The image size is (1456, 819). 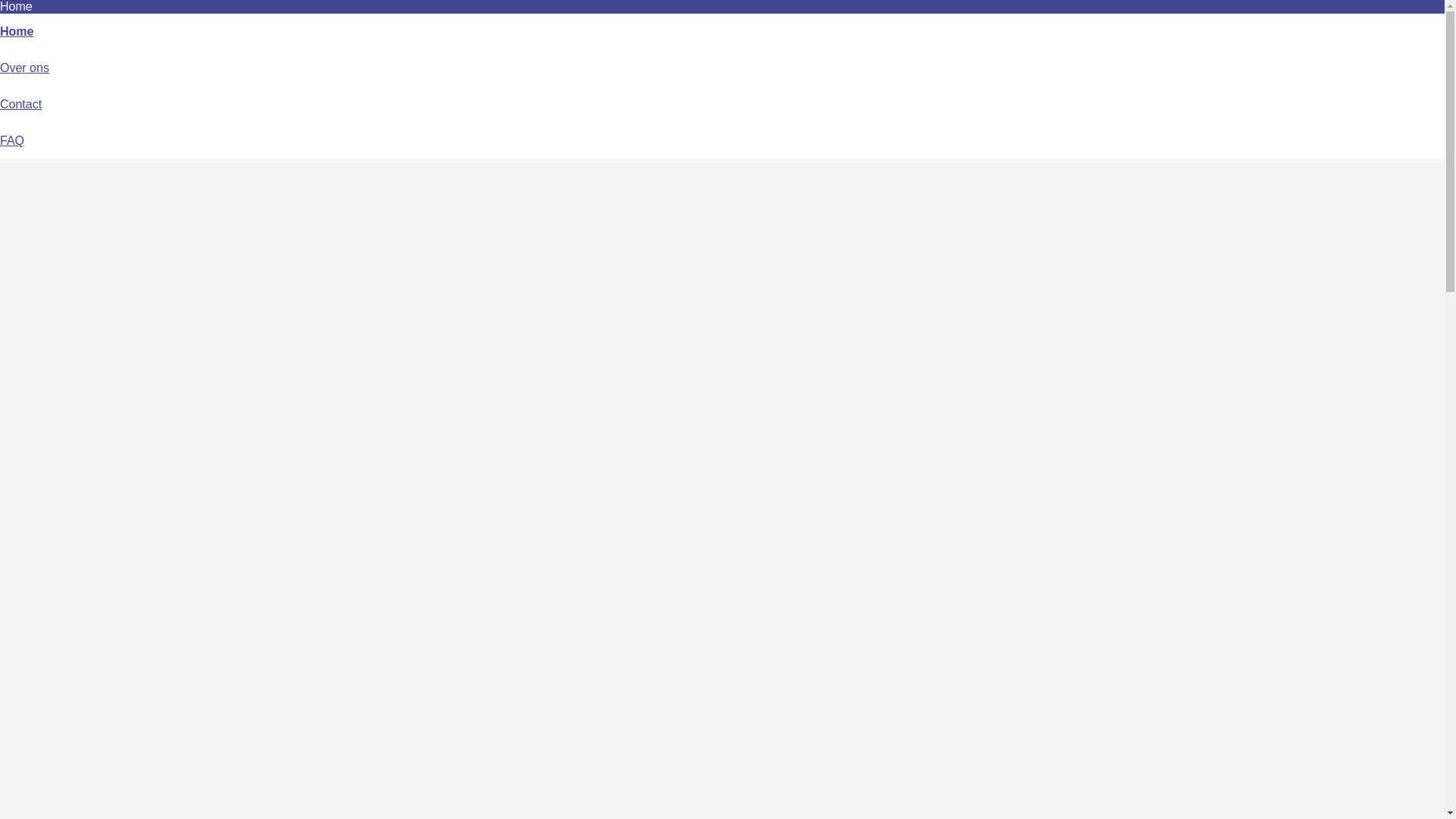 I want to click on 'Over ons', so click(x=24, y=67).